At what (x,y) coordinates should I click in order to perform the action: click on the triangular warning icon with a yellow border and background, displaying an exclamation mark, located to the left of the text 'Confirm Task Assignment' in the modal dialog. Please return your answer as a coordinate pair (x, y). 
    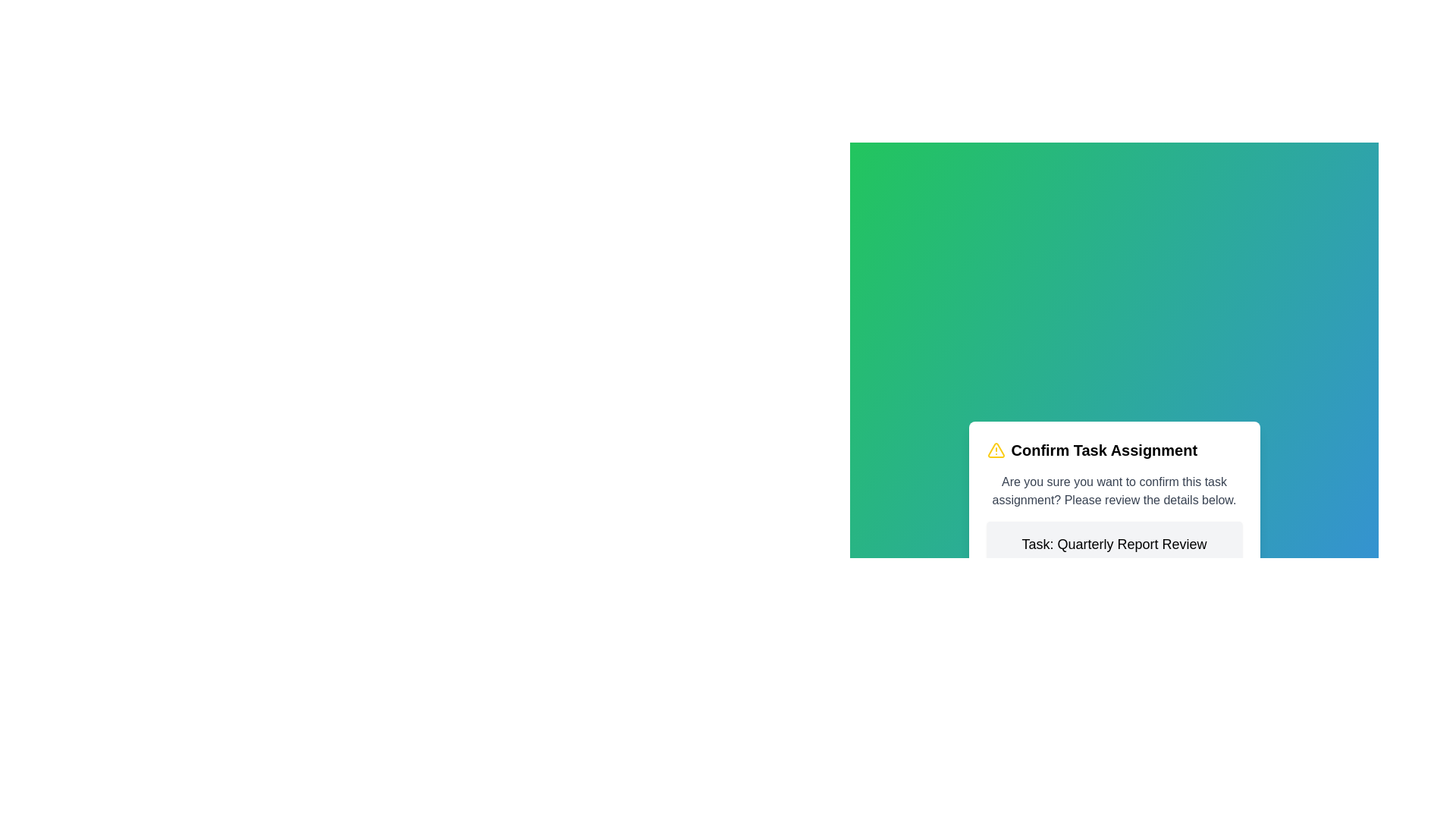
    Looking at the image, I should click on (996, 450).